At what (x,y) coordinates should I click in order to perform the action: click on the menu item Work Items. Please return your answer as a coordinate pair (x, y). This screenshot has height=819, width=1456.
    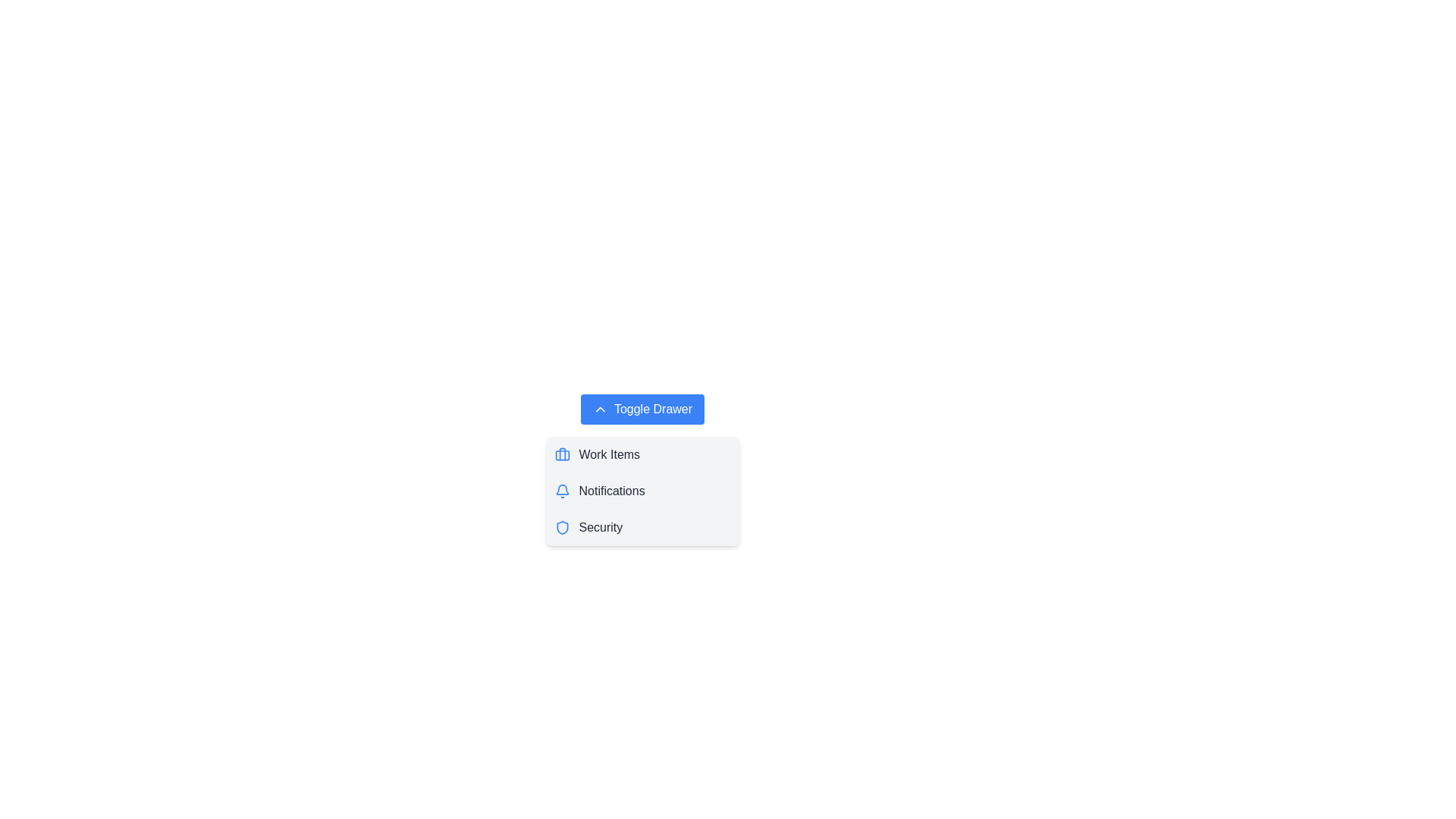
    Looking at the image, I should click on (642, 454).